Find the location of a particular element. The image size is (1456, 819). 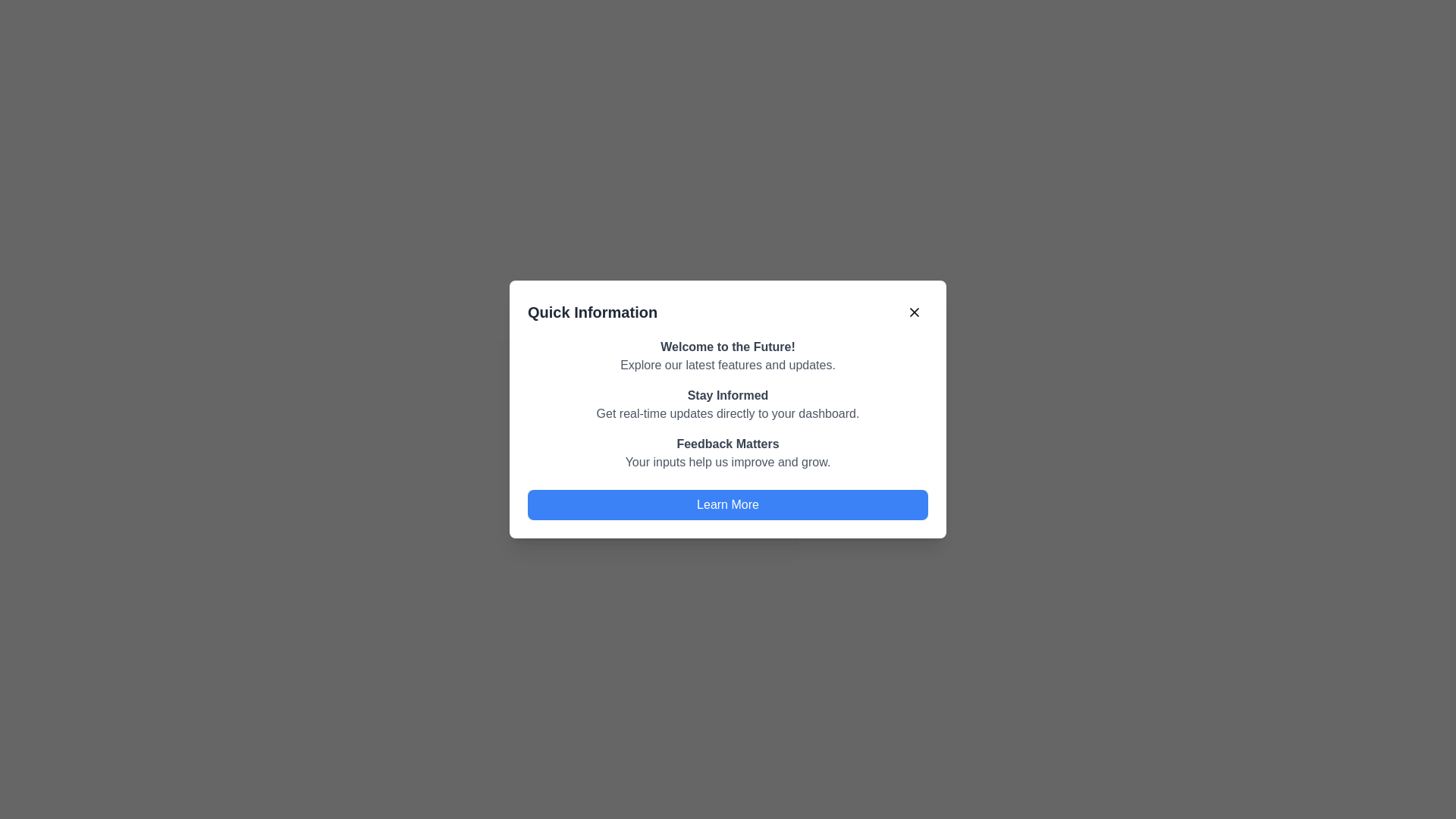

the close button located in the top-right corner of the modal dialog is located at coordinates (913, 312).